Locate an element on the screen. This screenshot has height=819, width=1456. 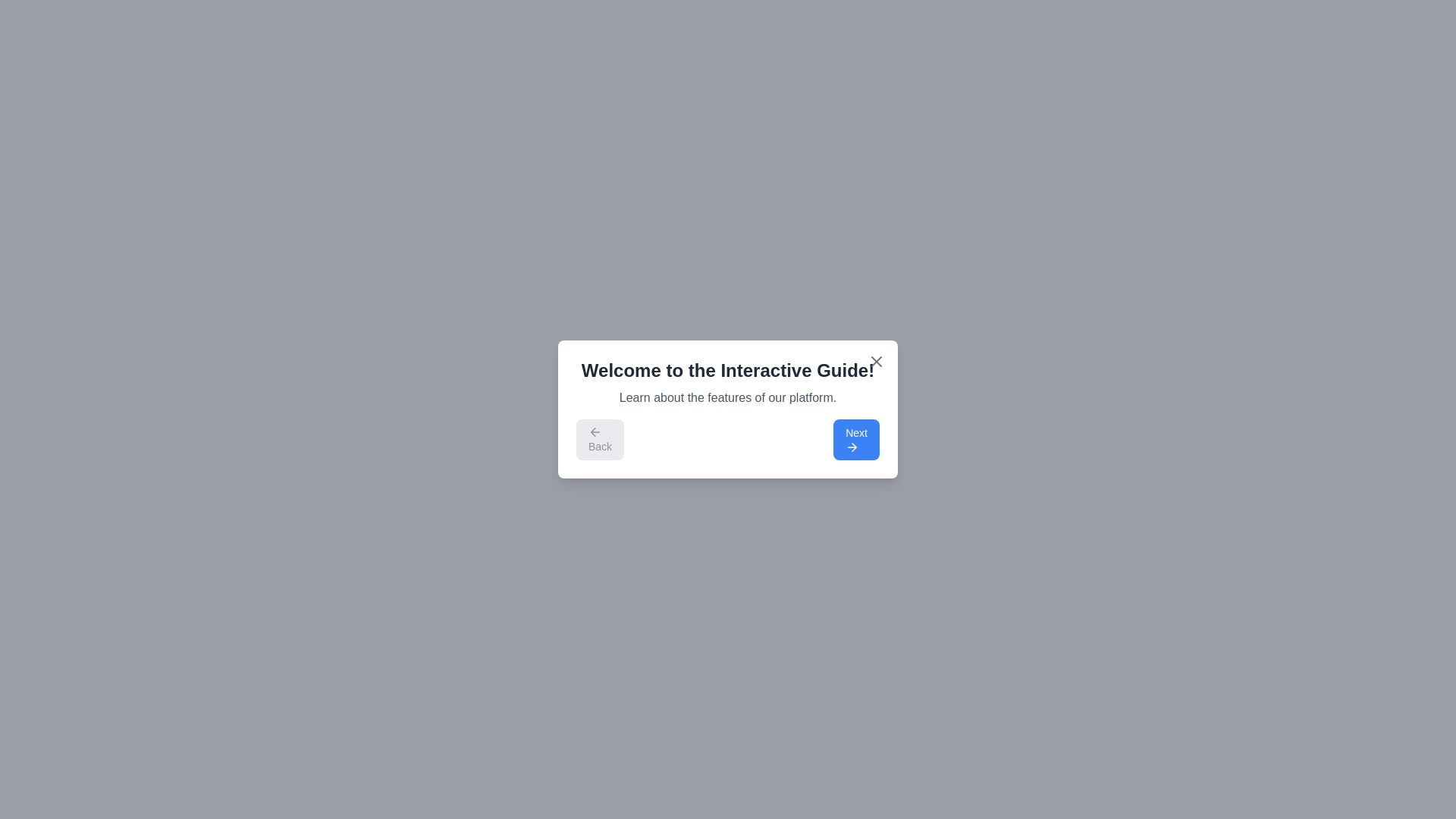
the static text header that introduces users to the interactive guide, located at the top of the card-like interface, above the text 'Learn about the features of our platform.' is located at coordinates (728, 371).